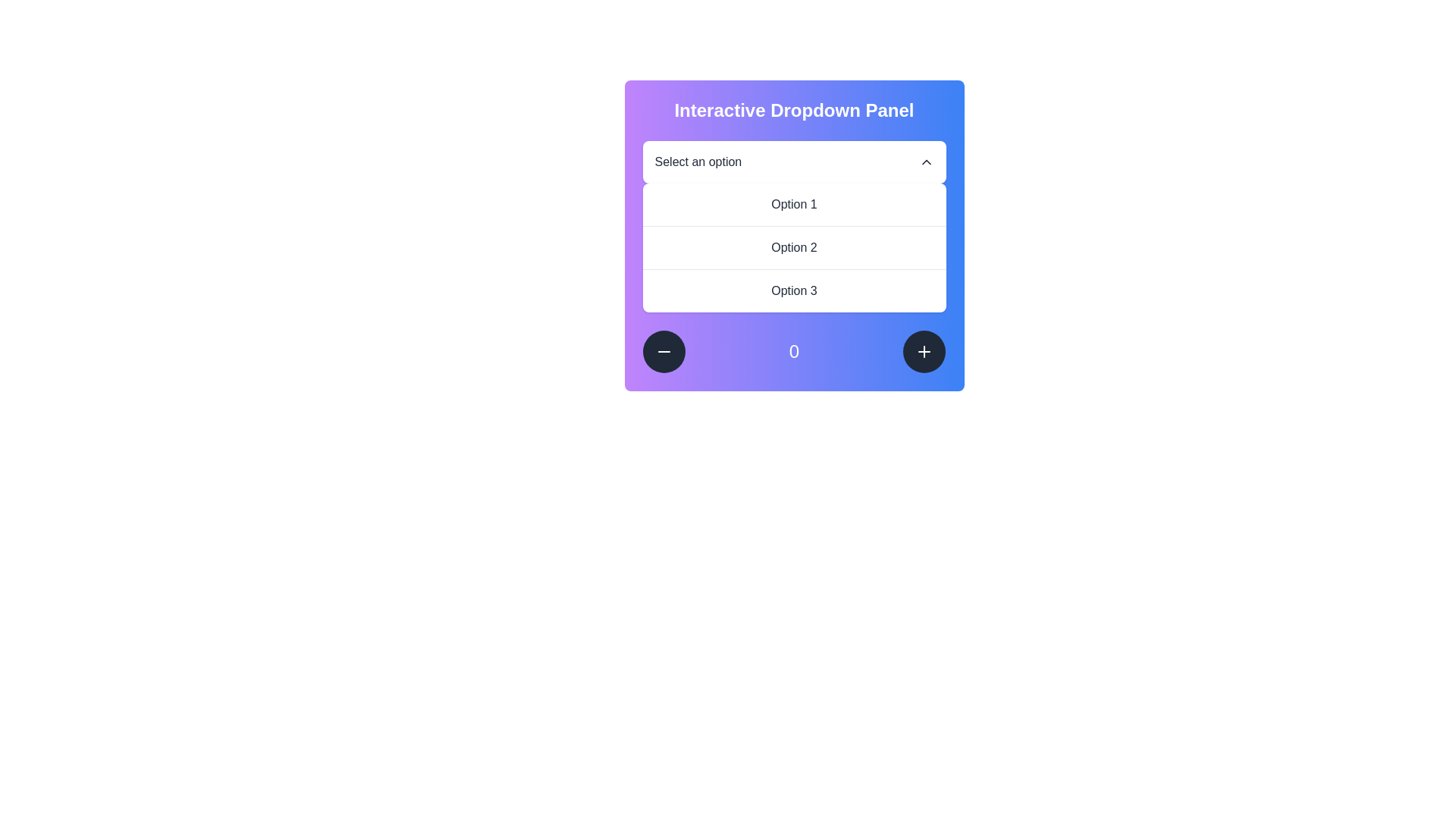  I want to click on the rightmost plus button that increments a value, located adjacent to the centered '0' text, so click(924, 351).